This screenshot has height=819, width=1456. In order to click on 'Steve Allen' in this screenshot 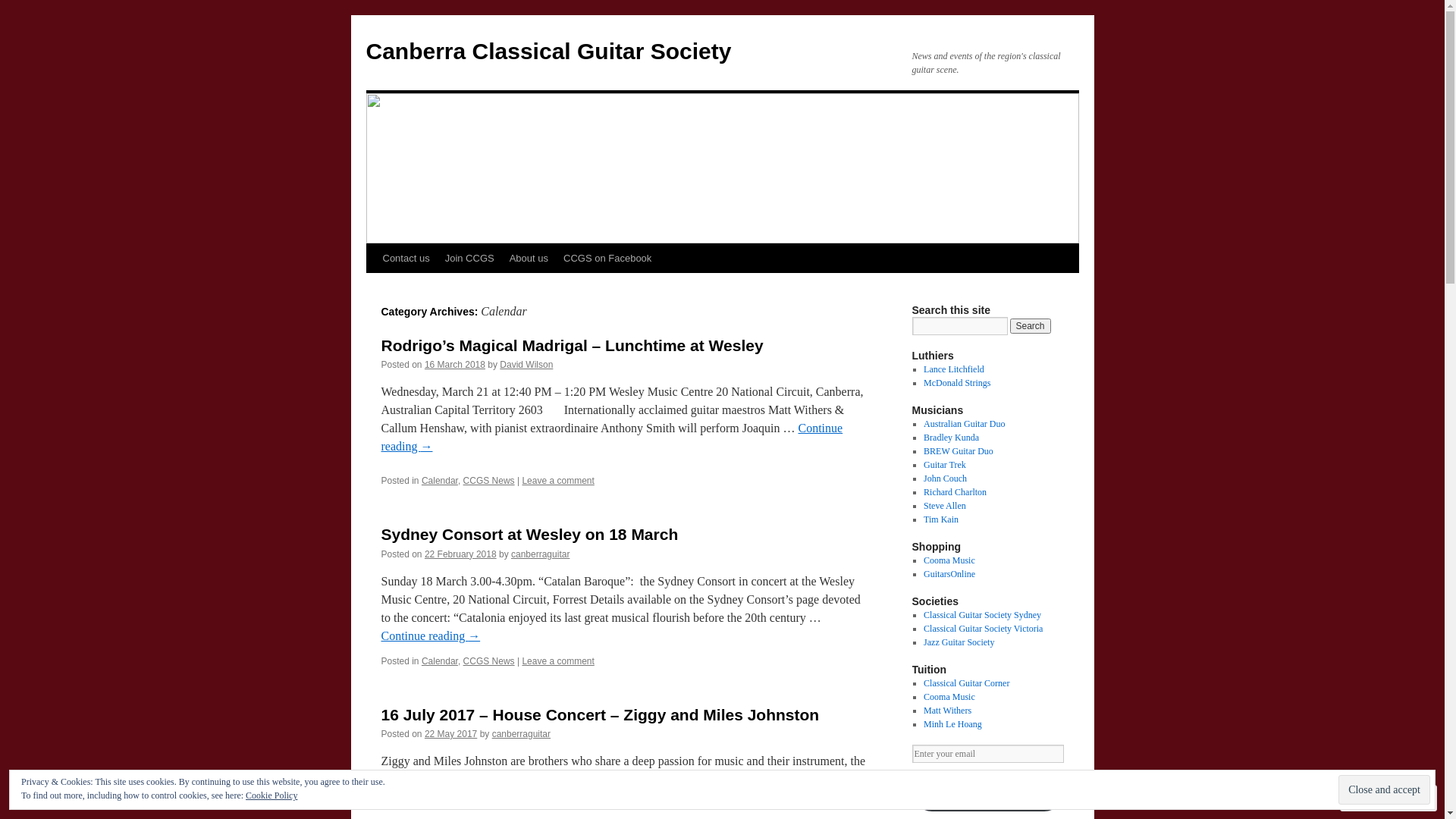, I will do `click(944, 506)`.